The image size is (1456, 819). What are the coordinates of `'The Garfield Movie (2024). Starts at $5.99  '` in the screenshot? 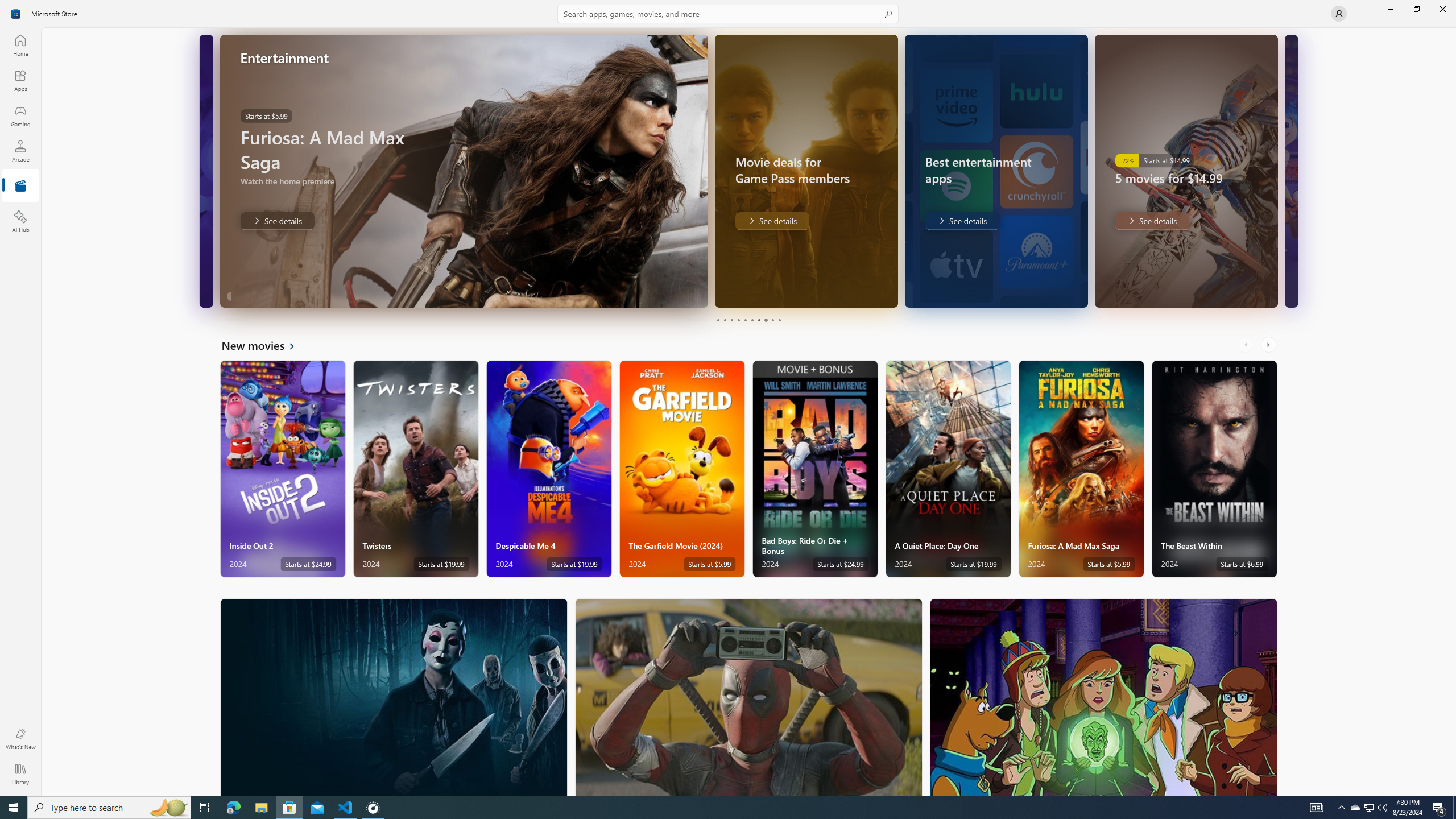 It's located at (681, 469).